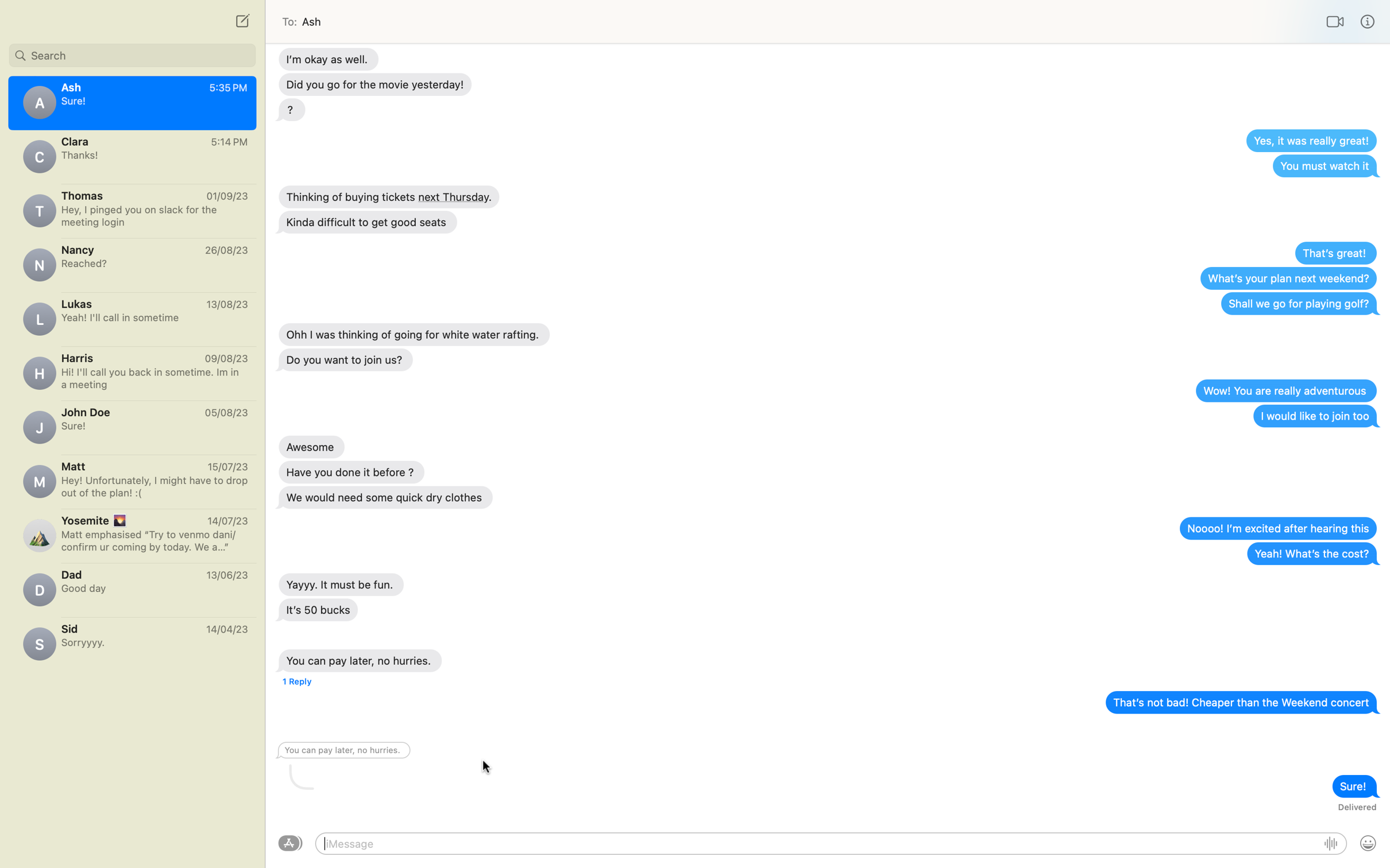 The height and width of the screenshot is (868, 1390). What do you see at coordinates (1367, 844) in the screenshot?
I see `the emoji function` at bounding box center [1367, 844].